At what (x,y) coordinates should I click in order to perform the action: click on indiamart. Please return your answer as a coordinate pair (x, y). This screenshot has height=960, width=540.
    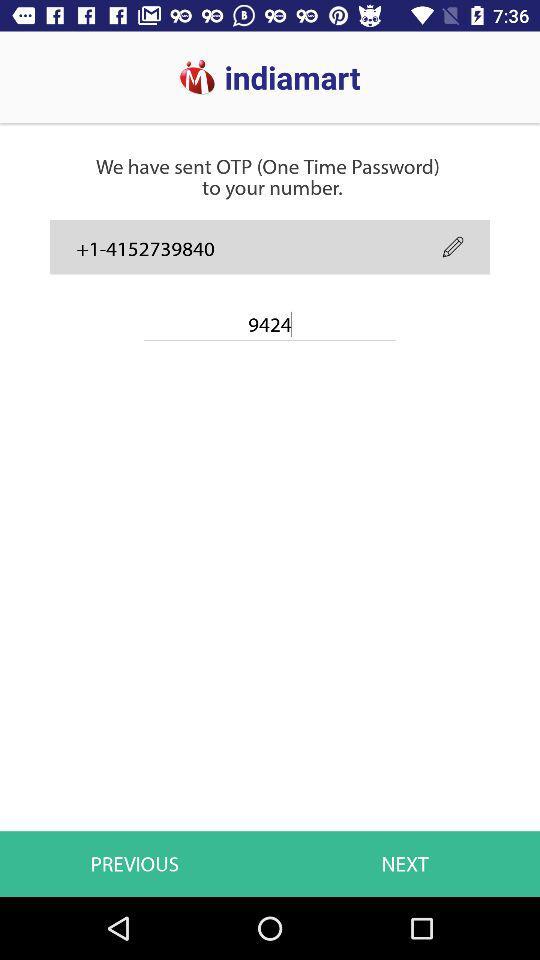
    Looking at the image, I should click on (181, 68).